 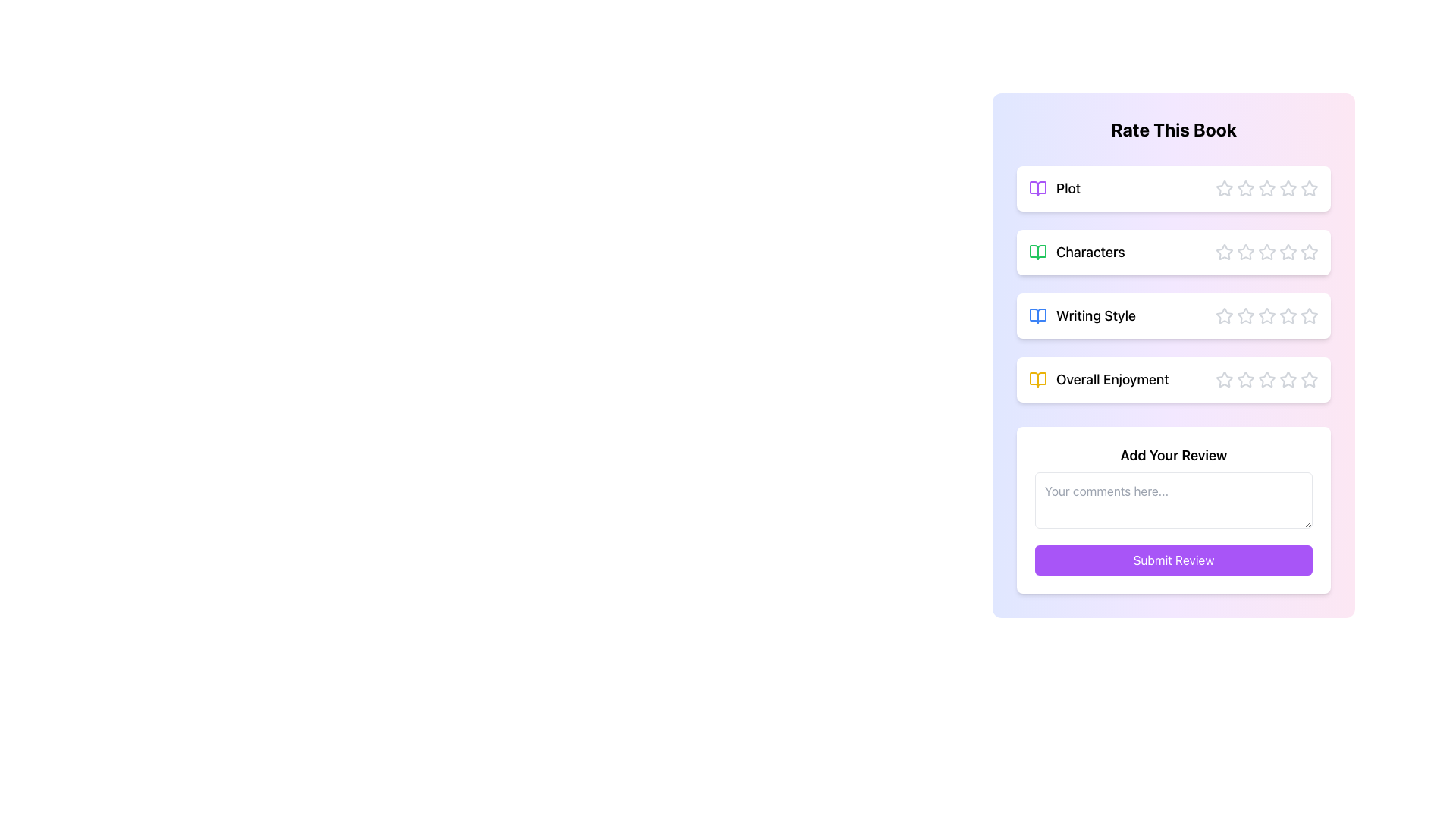 I want to click on the star in the Rating Stars Widget located in the 'Writing Style' section of the 'Rate This Book' interface, so click(x=1266, y=315).